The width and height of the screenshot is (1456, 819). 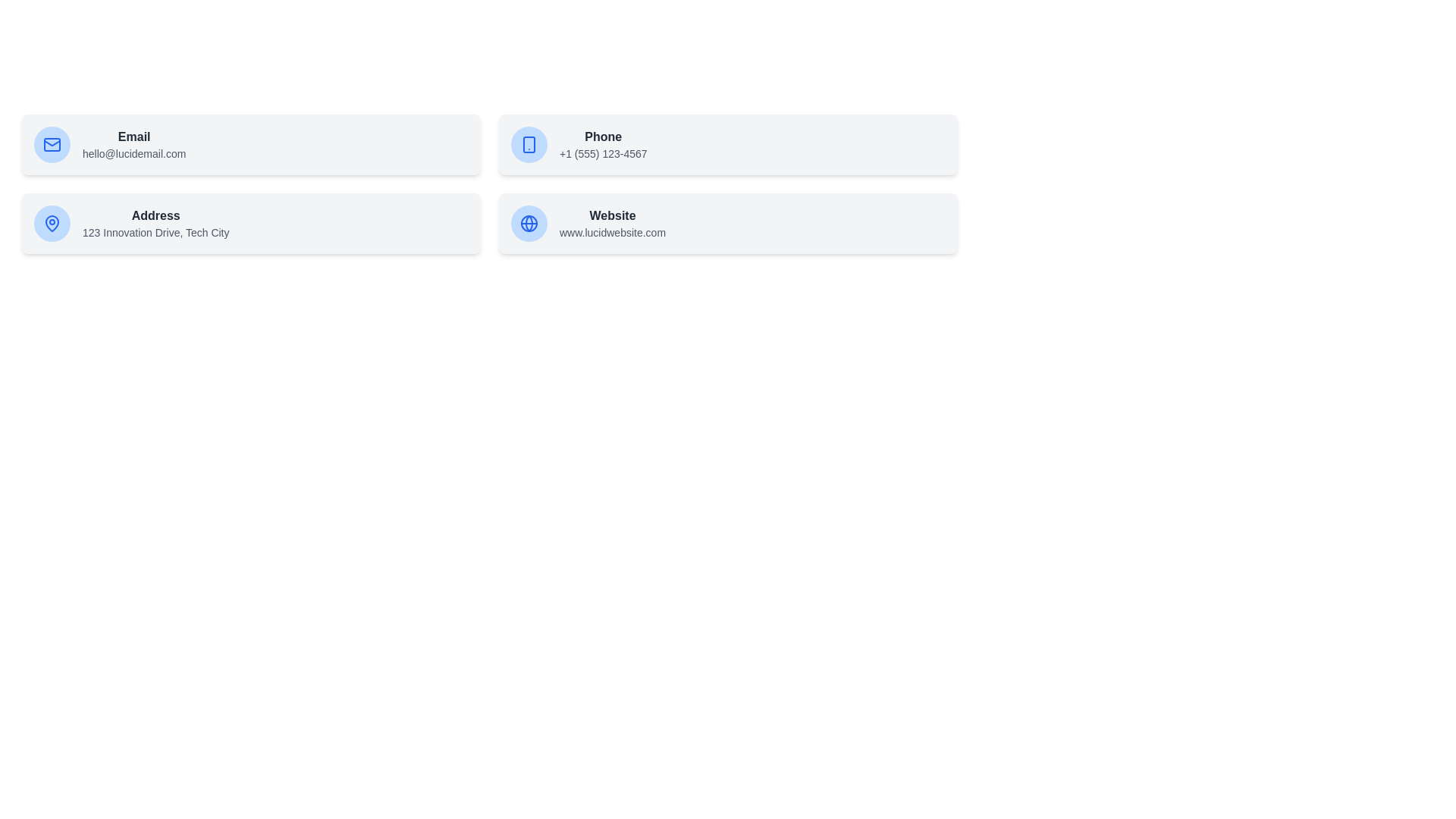 What do you see at coordinates (52, 223) in the screenshot?
I see `the address icon located in the top-left corner of the third card from the left, which is part of the 'Address' card below the 'Email' card` at bounding box center [52, 223].